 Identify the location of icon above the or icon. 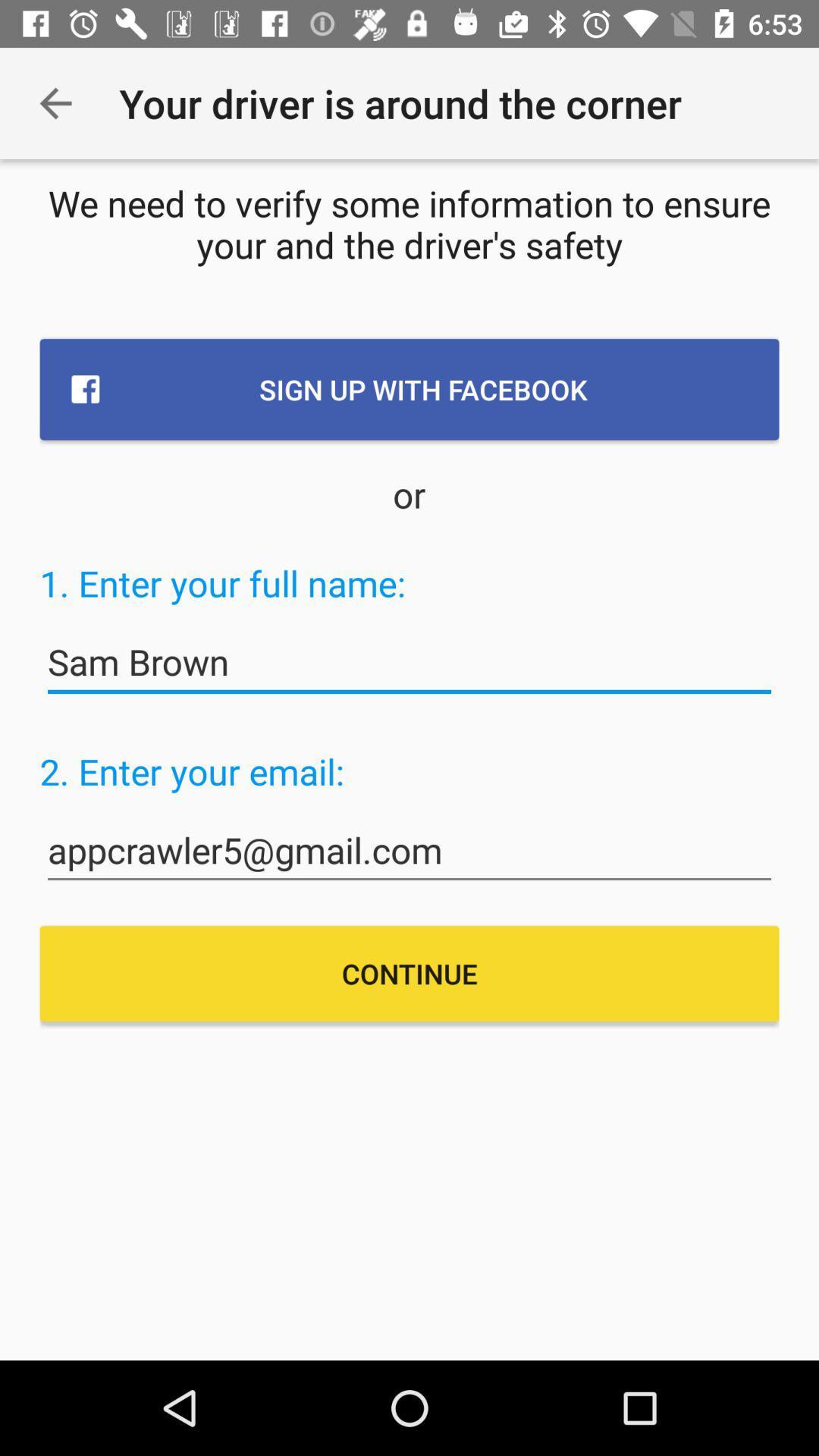
(409, 389).